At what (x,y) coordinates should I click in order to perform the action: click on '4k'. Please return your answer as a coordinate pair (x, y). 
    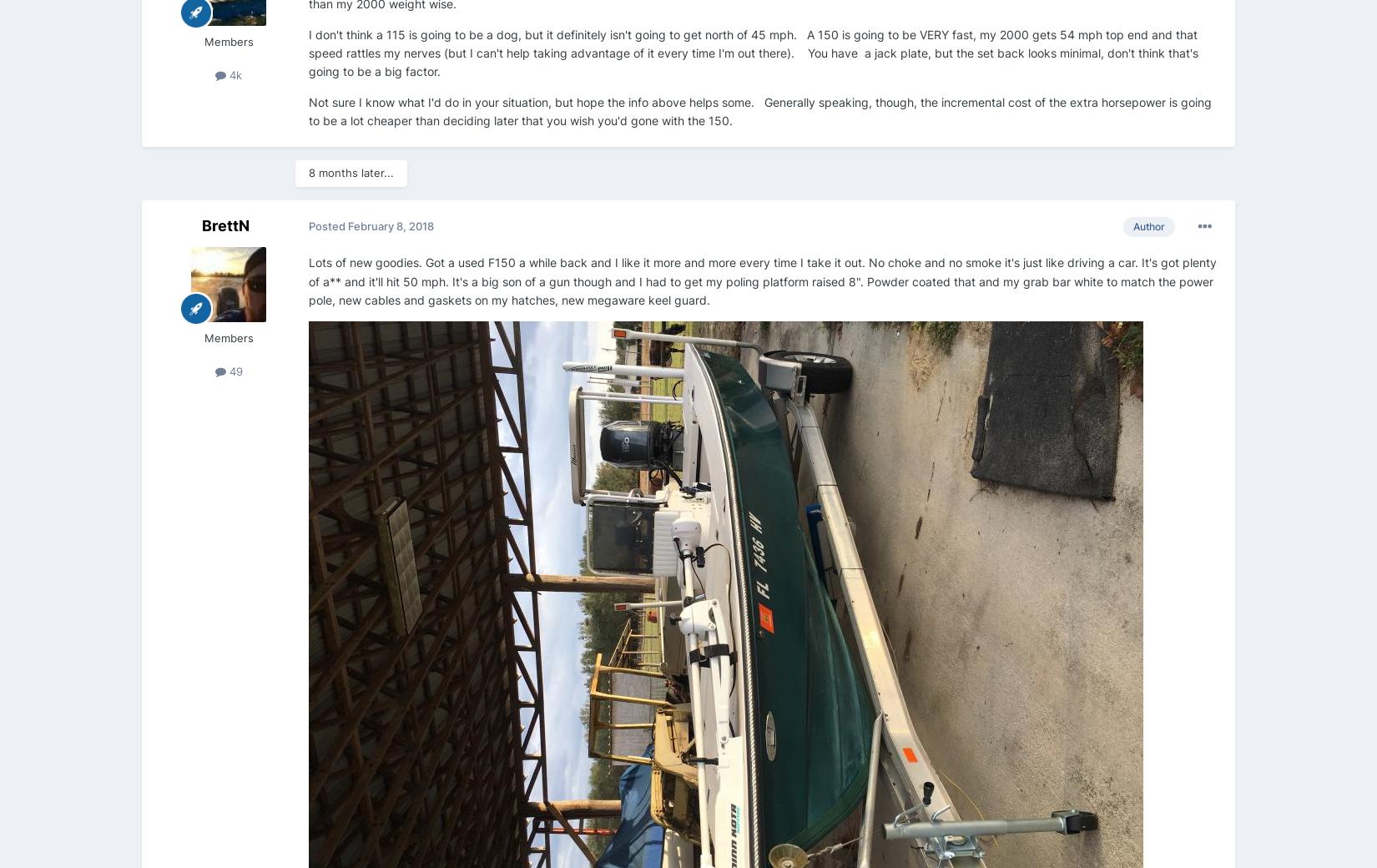
    Looking at the image, I should click on (234, 73).